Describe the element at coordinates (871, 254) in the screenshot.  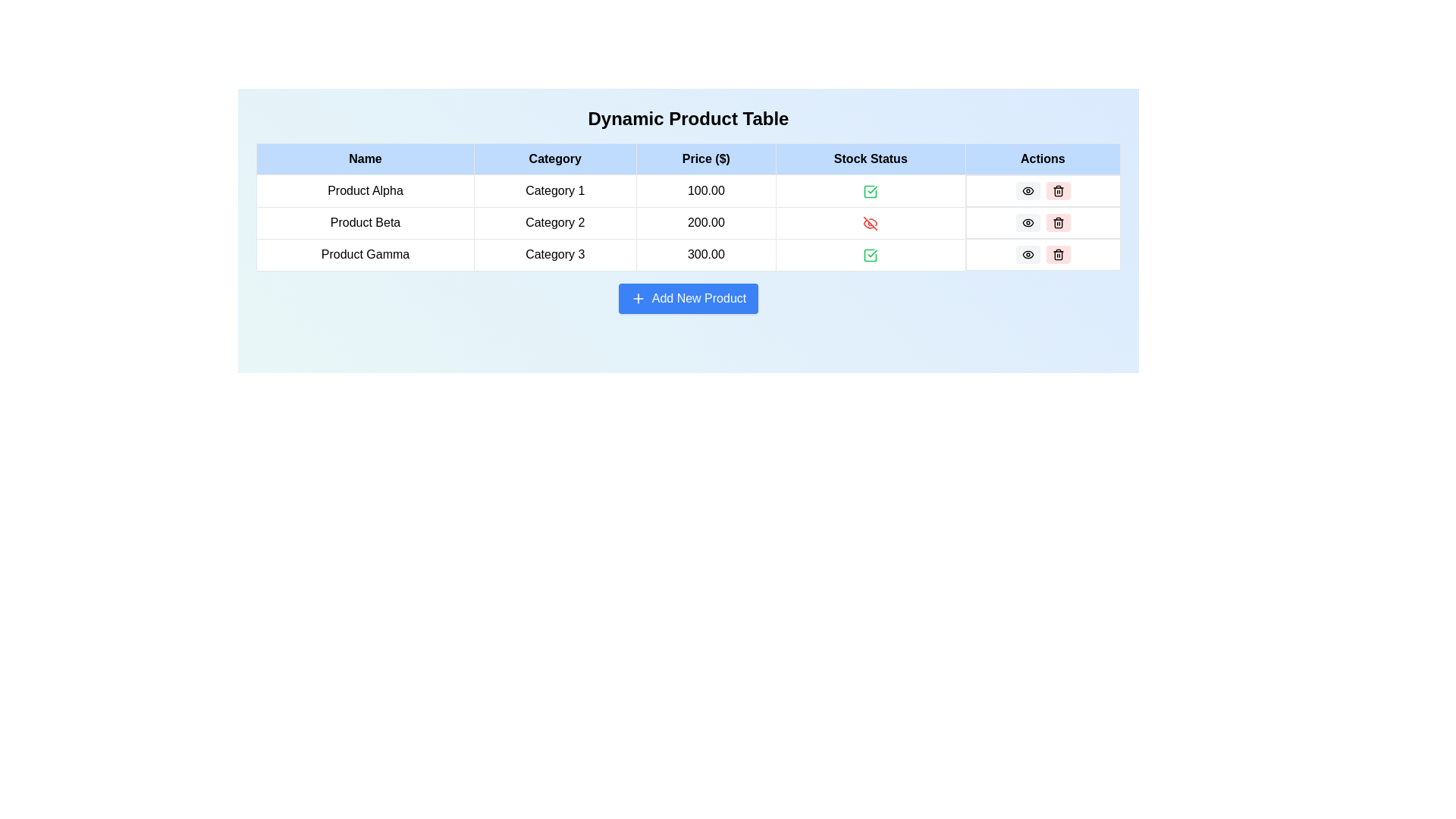
I see `the green checkmark icon inside a square located in the 'Stock Status' column of the third row of the table, which is aligned with 'Category 3' and '300.00'` at that location.